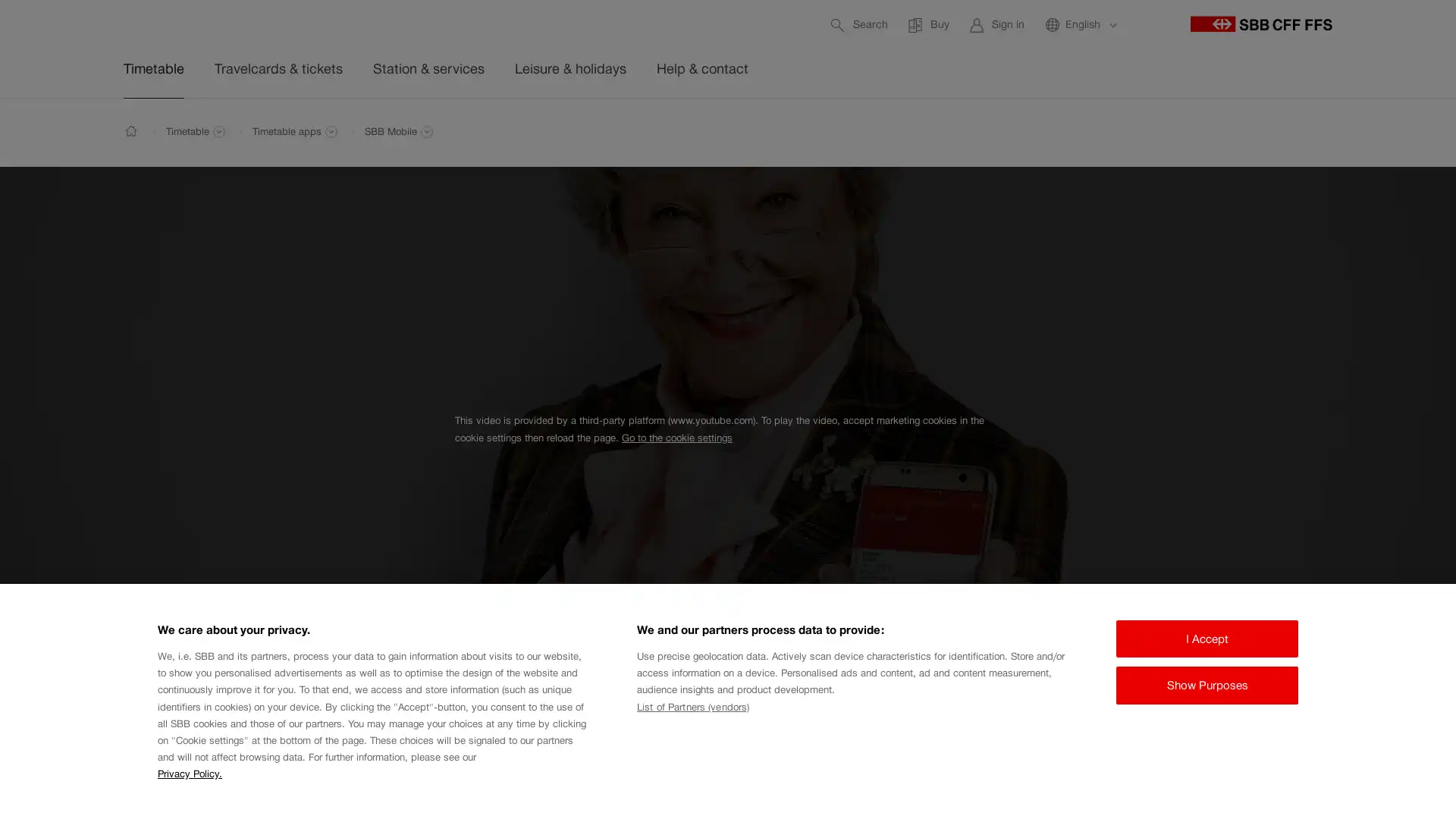 The height and width of the screenshot is (819, 1456). I want to click on Close active menu item Help & contact., so click(1350, 133).